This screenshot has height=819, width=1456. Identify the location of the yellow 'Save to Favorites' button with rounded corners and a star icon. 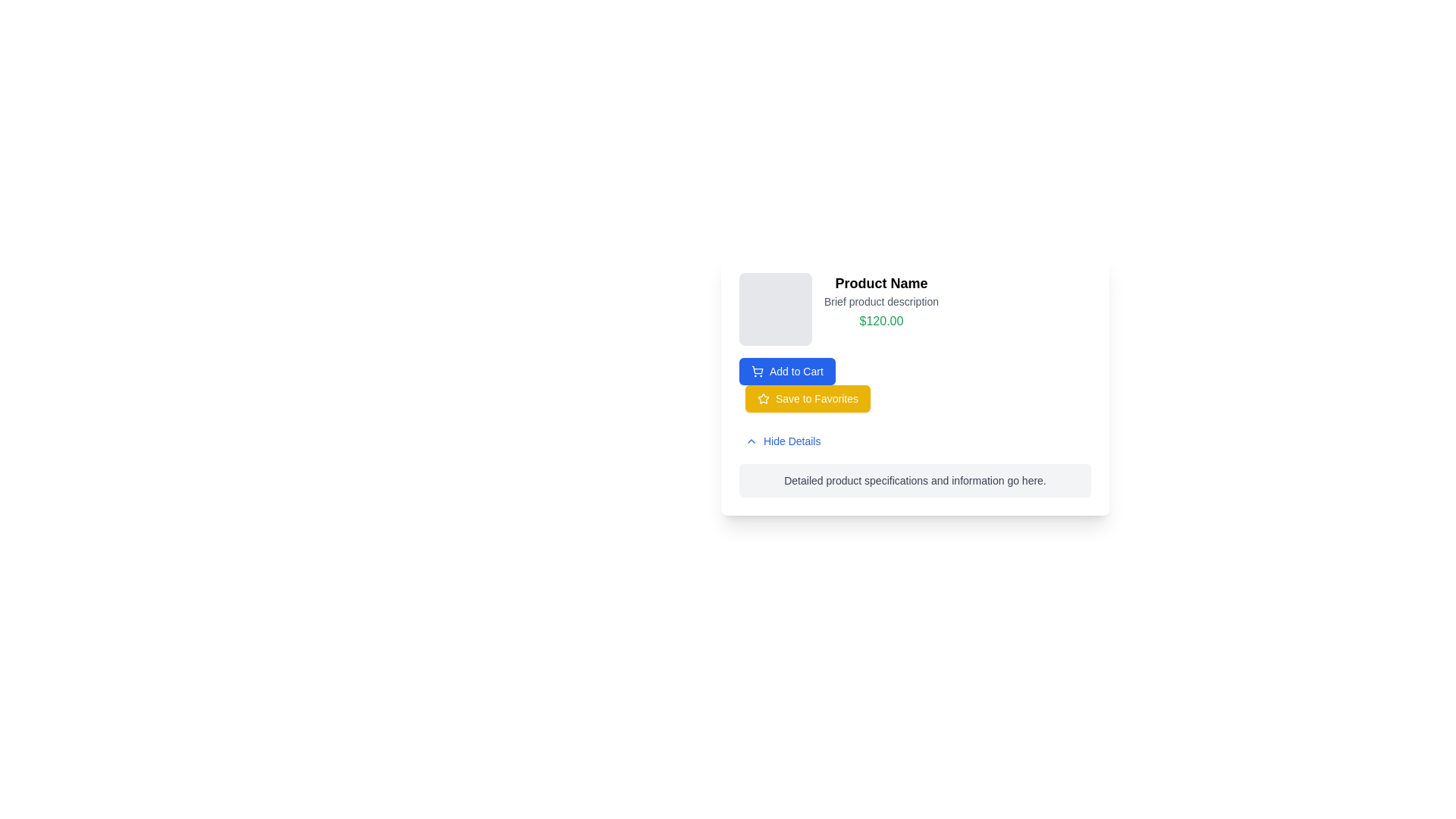
(807, 397).